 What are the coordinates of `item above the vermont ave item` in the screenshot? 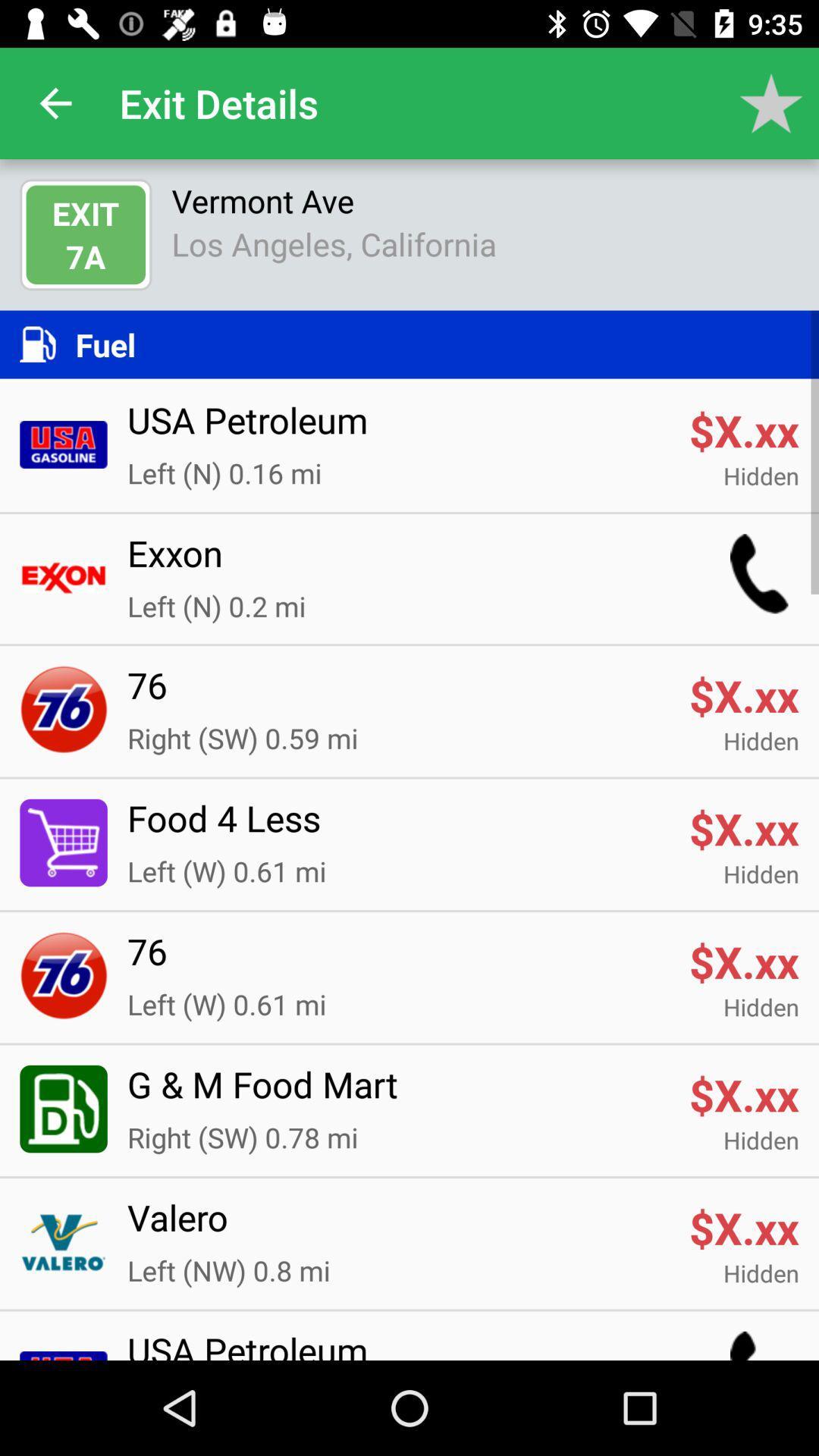 It's located at (771, 102).